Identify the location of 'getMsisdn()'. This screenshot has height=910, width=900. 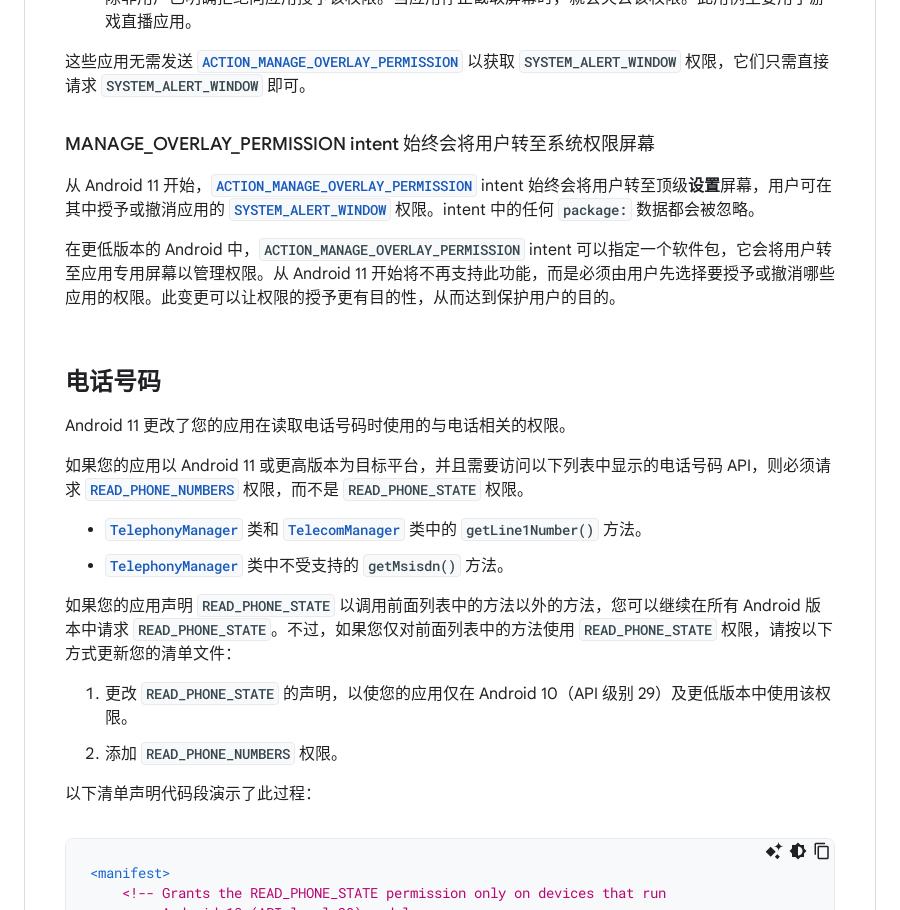
(412, 565).